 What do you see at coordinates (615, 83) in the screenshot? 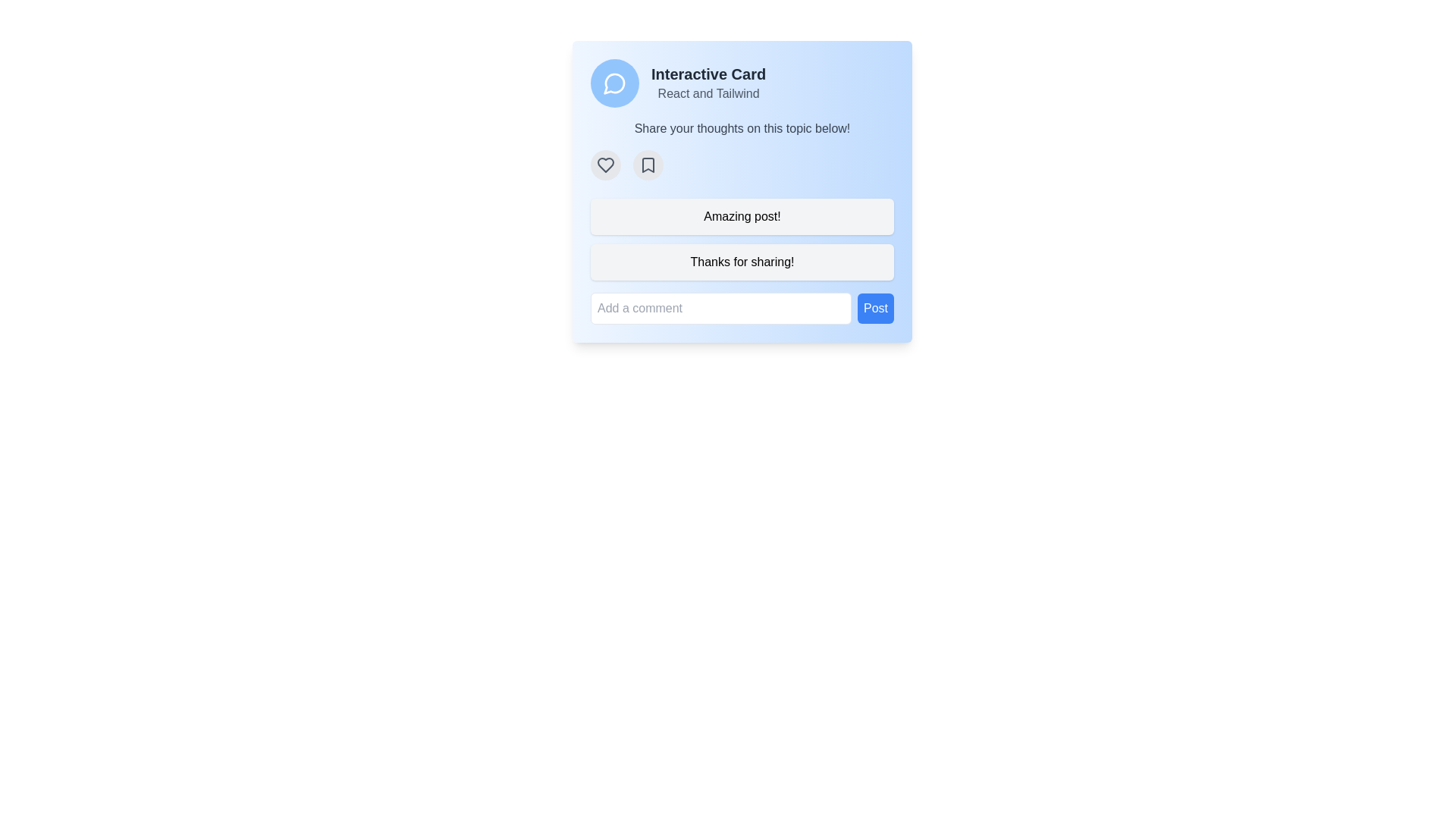
I see `the circular blue icon button with a speech bubble icon located in the upper left area of the card layout, adjacent to the title 'Interactive Card'` at bounding box center [615, 83].